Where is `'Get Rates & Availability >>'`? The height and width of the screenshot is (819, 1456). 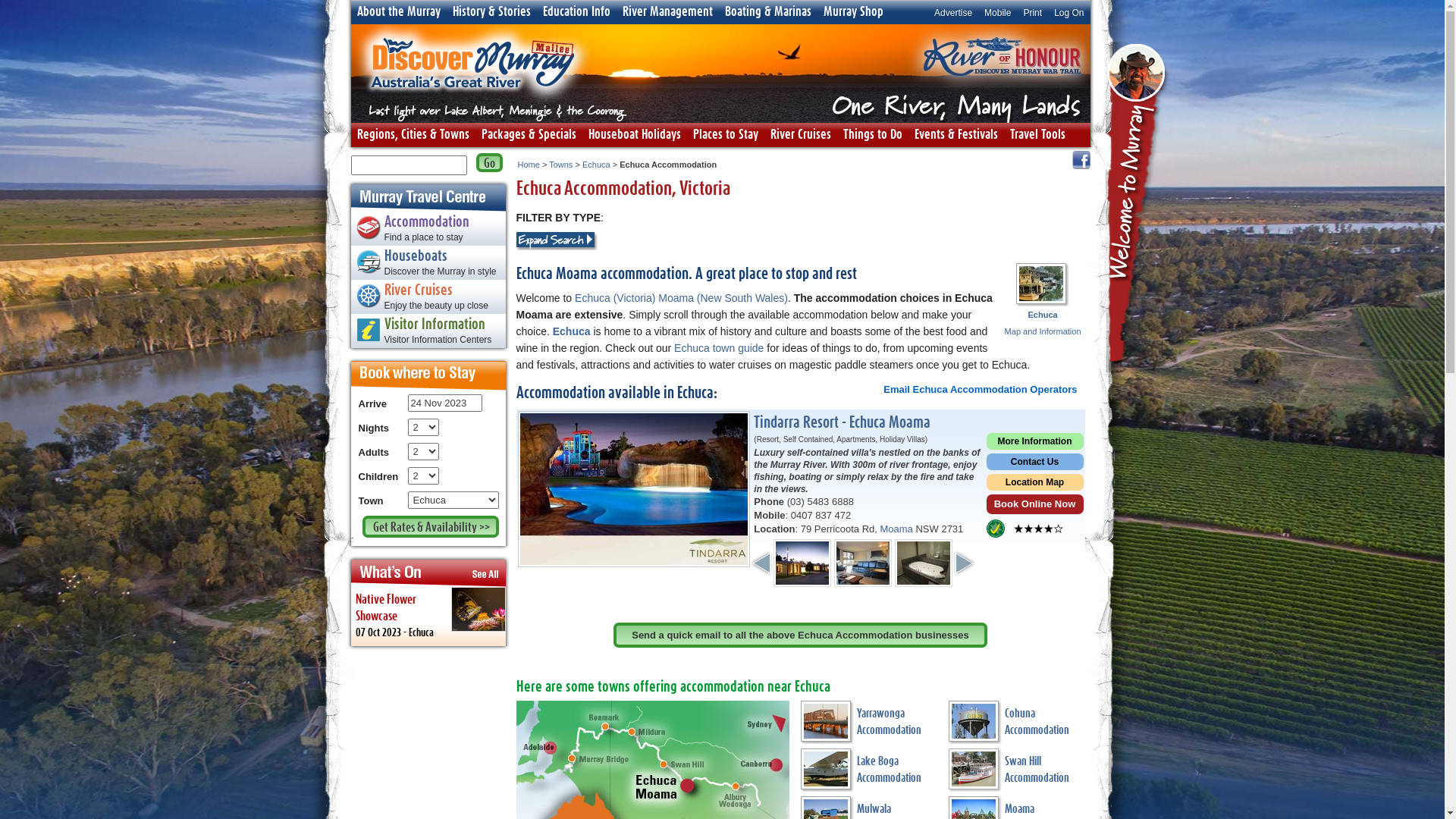 'Get Rates & Availability >>' is located at coordinates (429, 526).